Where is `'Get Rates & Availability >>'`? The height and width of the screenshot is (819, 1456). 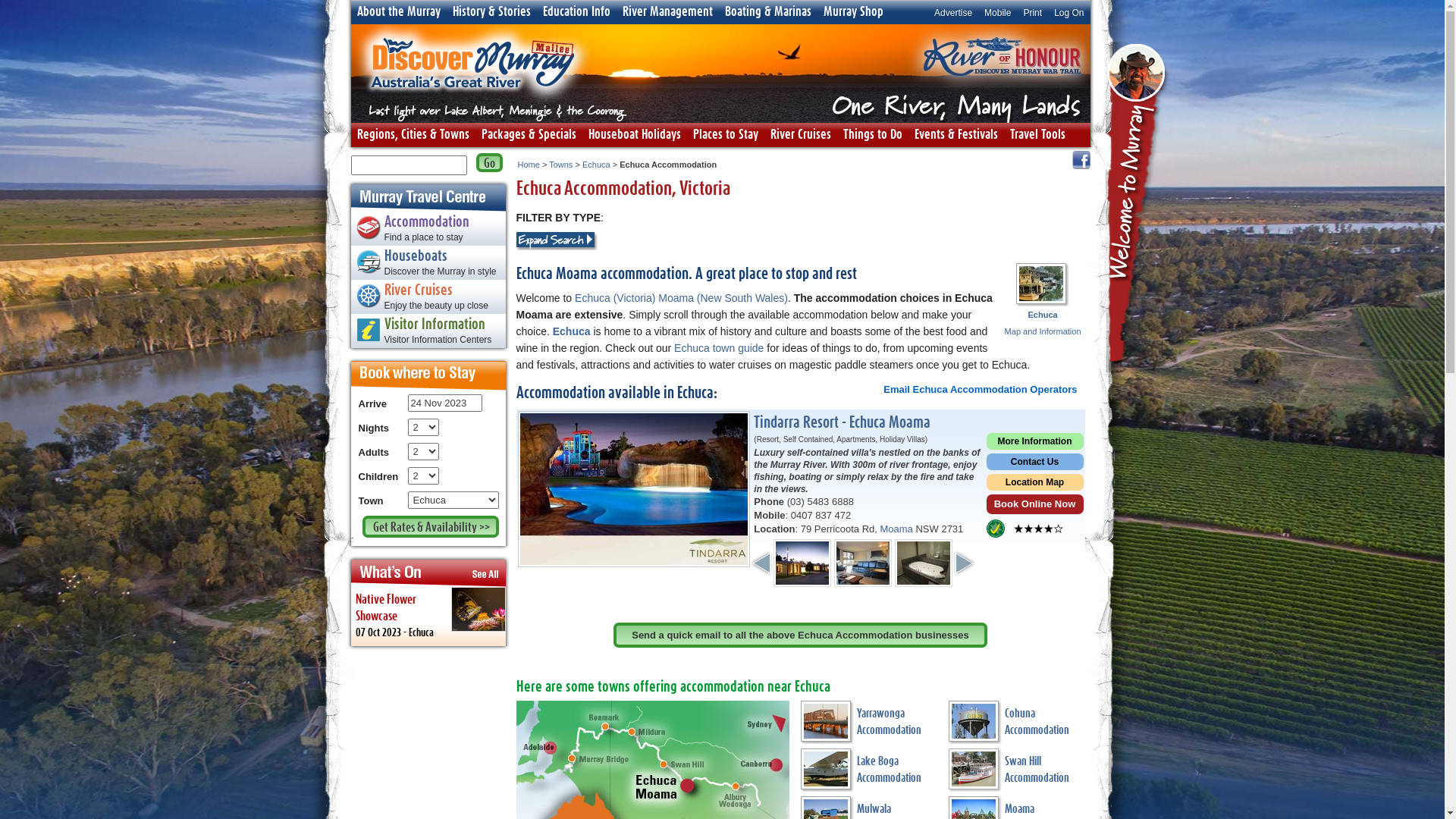 'Get Rates & Availability >>' is located at coordinates (429, 526).